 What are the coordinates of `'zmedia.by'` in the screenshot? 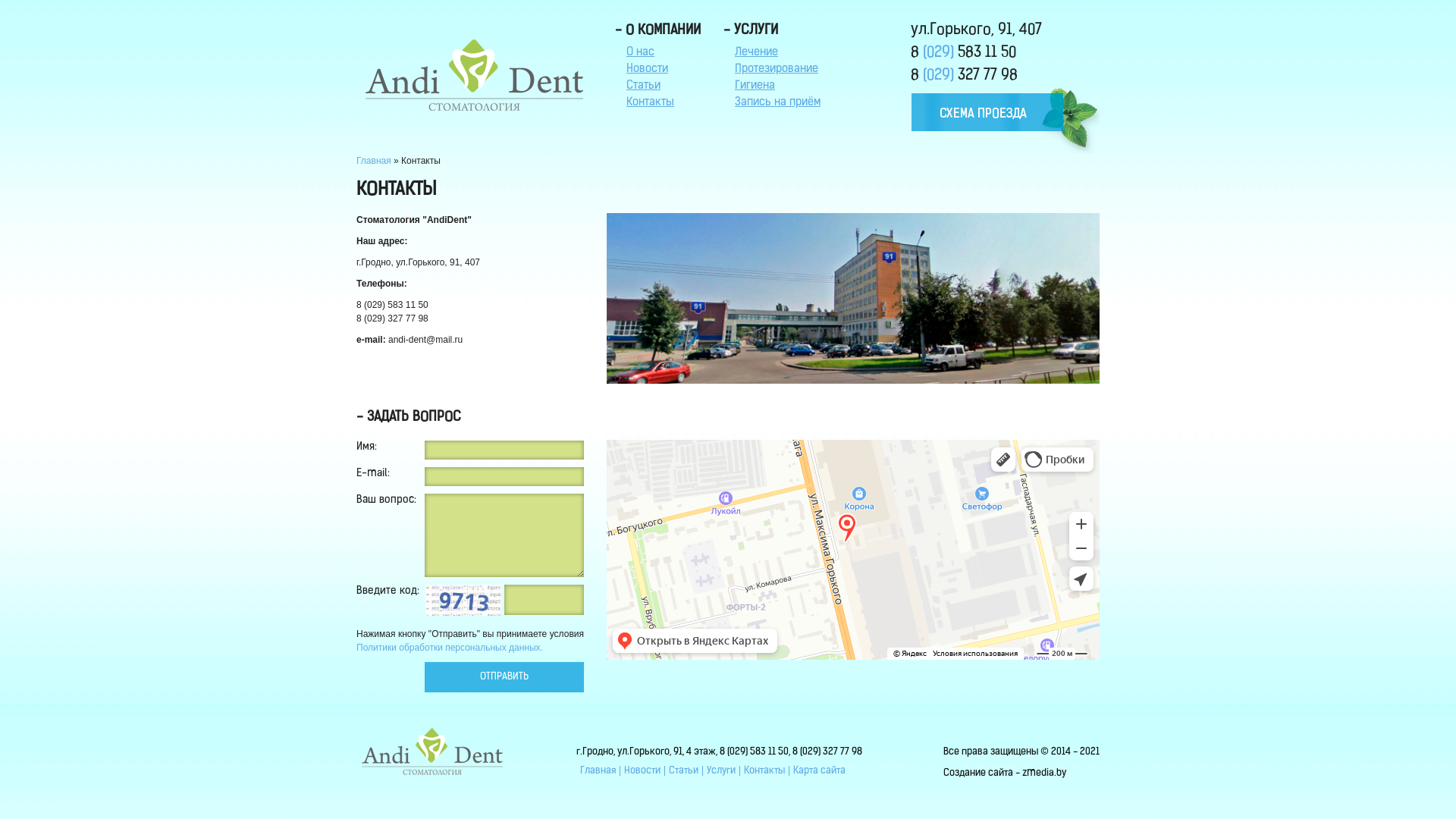 It's located at (1022, 773).